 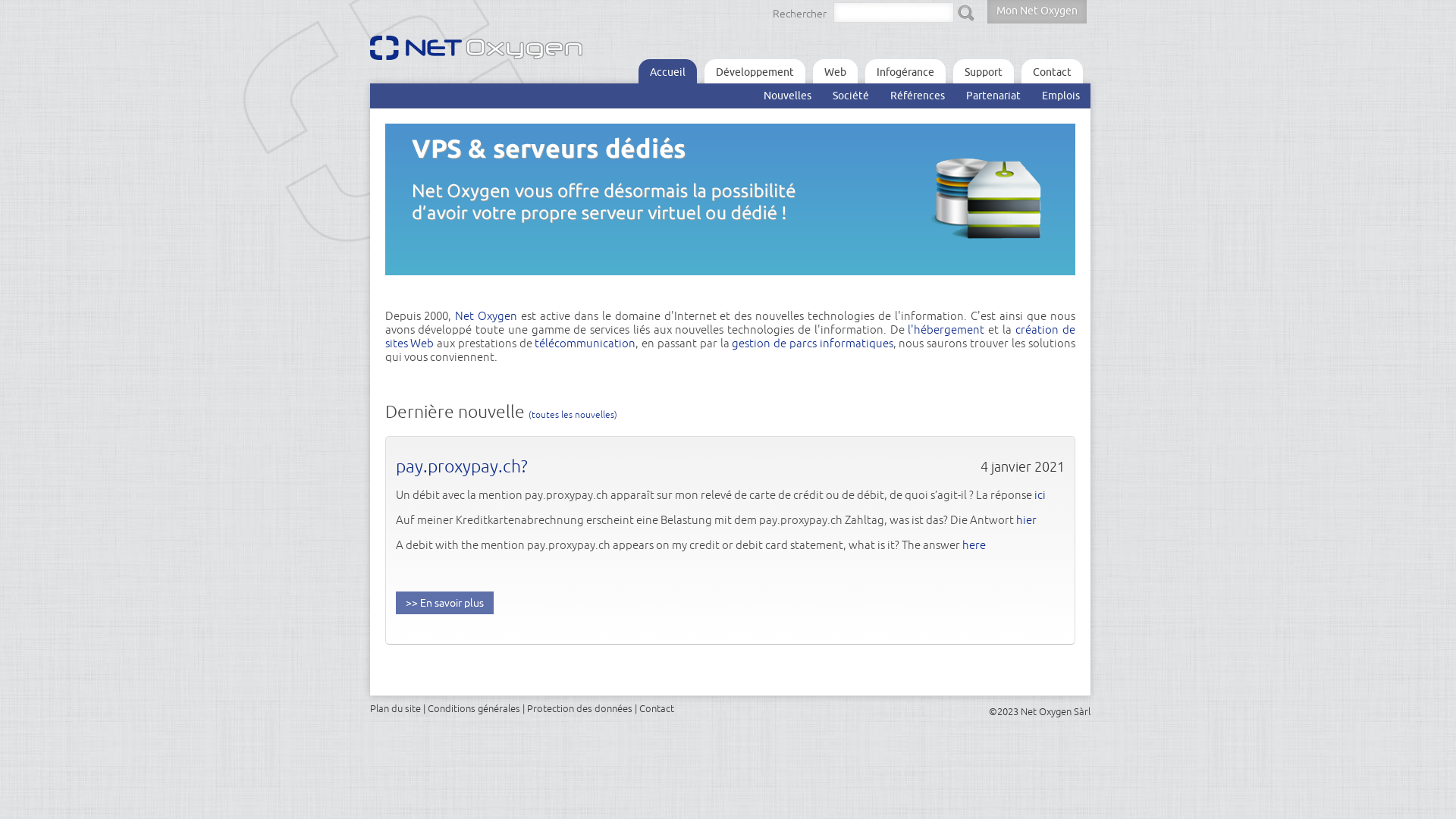 I want to click on 'Accueil', so click(x=667, y=71).